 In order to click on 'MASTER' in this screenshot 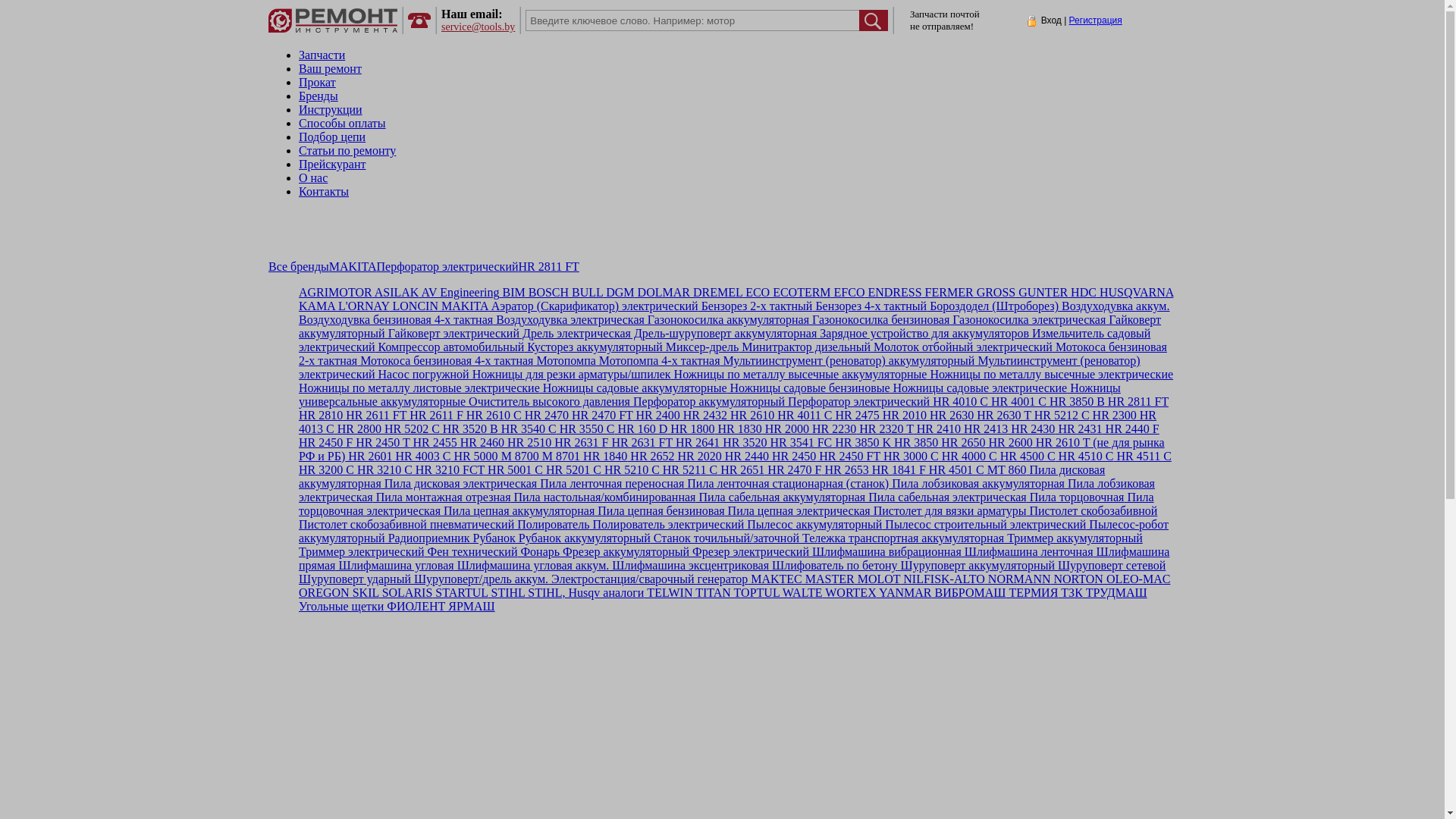, I will do `click(801, 579)`.